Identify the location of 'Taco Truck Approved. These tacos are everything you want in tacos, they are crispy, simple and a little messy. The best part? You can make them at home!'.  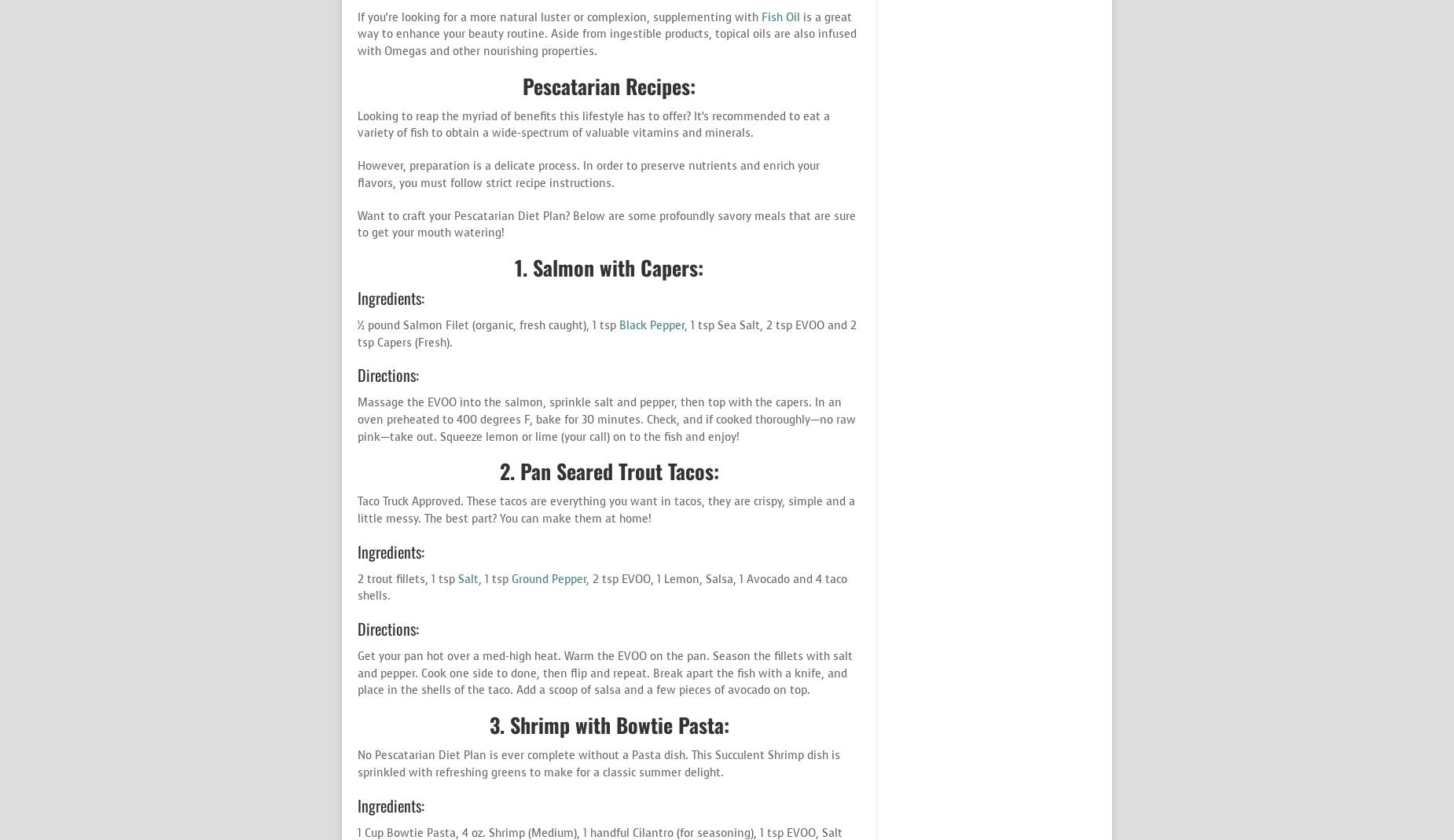
(356, 509).